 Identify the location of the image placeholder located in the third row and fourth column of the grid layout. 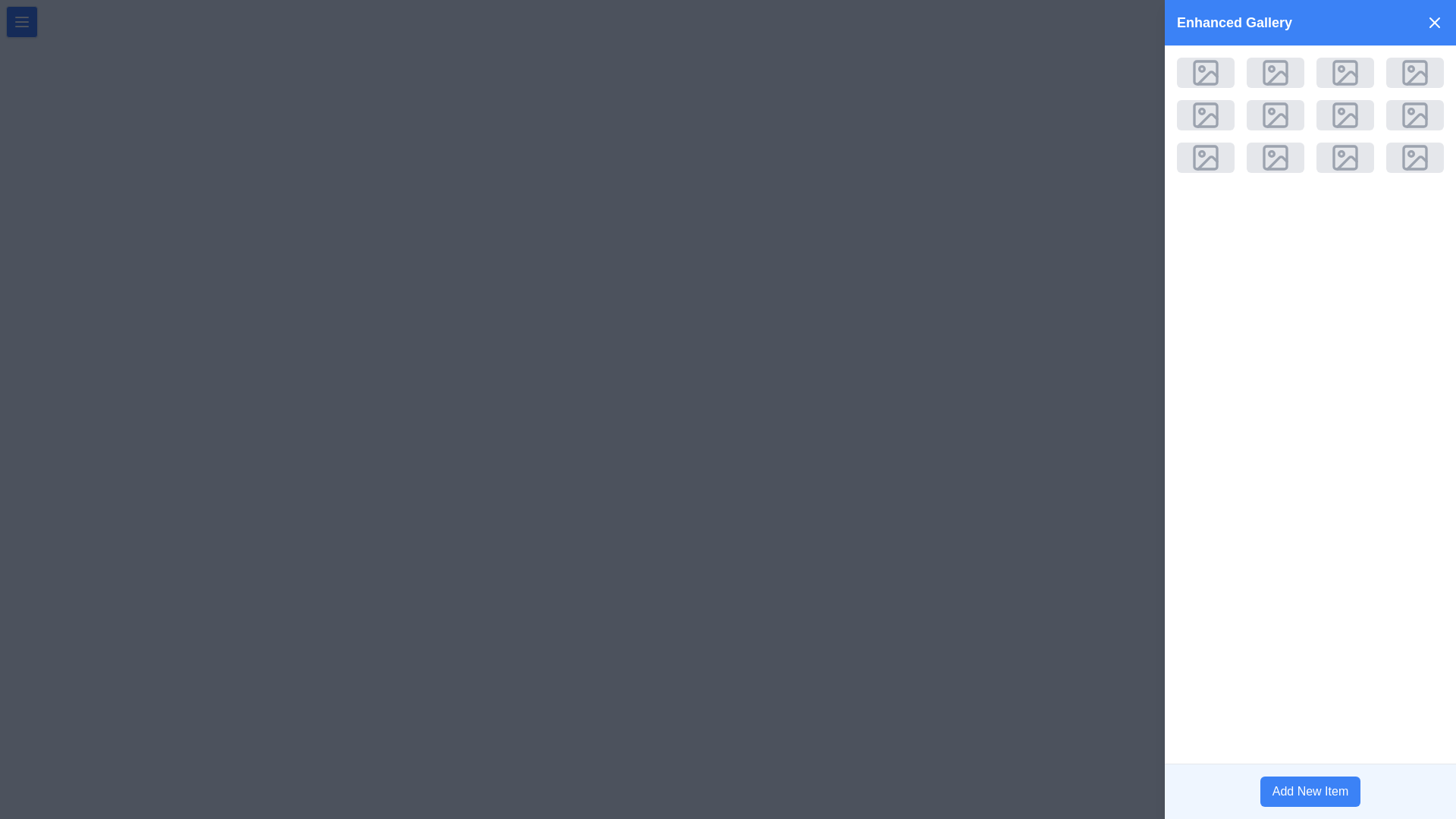
(1414, 114).